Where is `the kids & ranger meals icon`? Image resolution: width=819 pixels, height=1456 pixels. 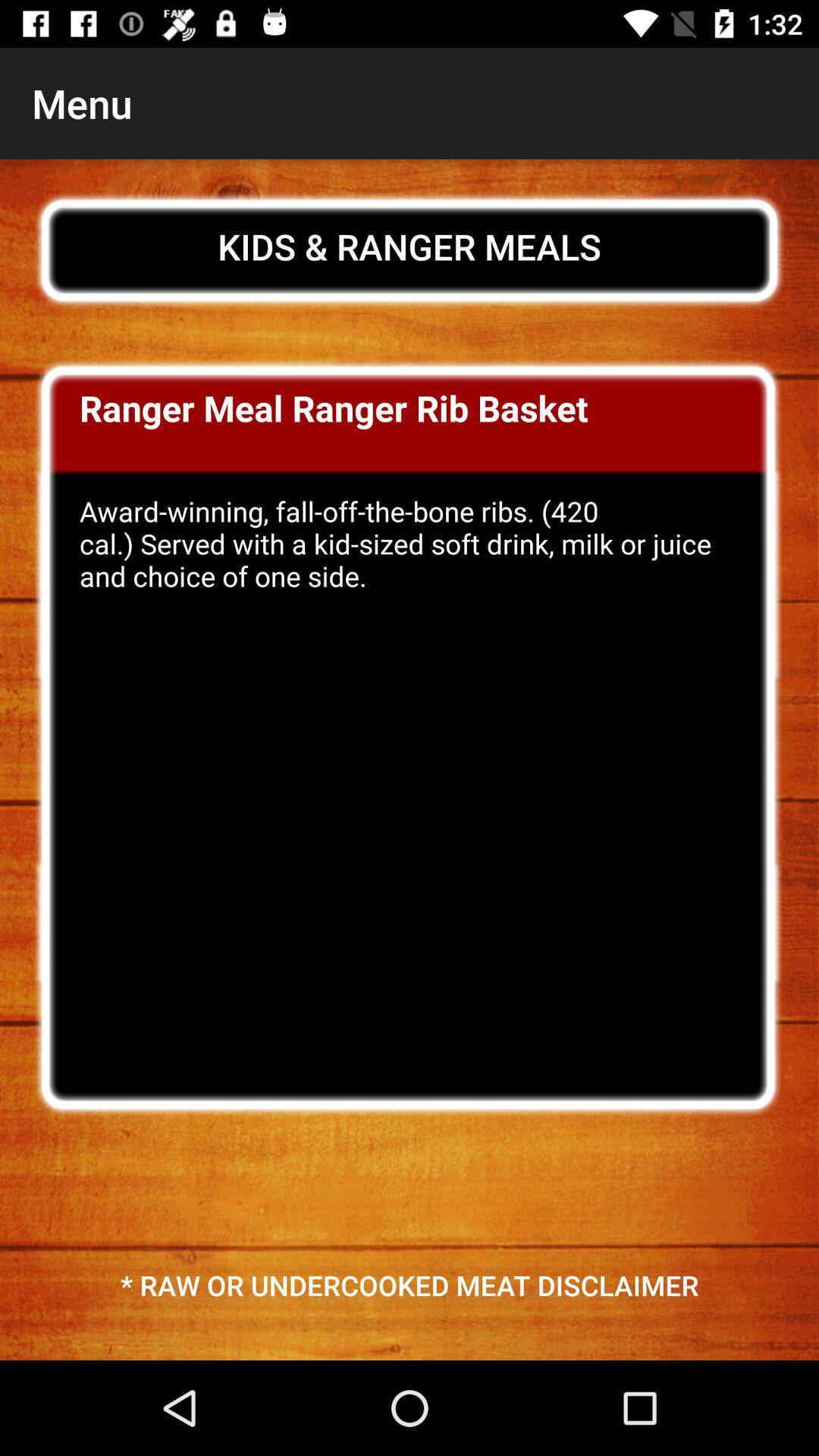
the kids & ranger meals icon is located at coordinates (409, 246).